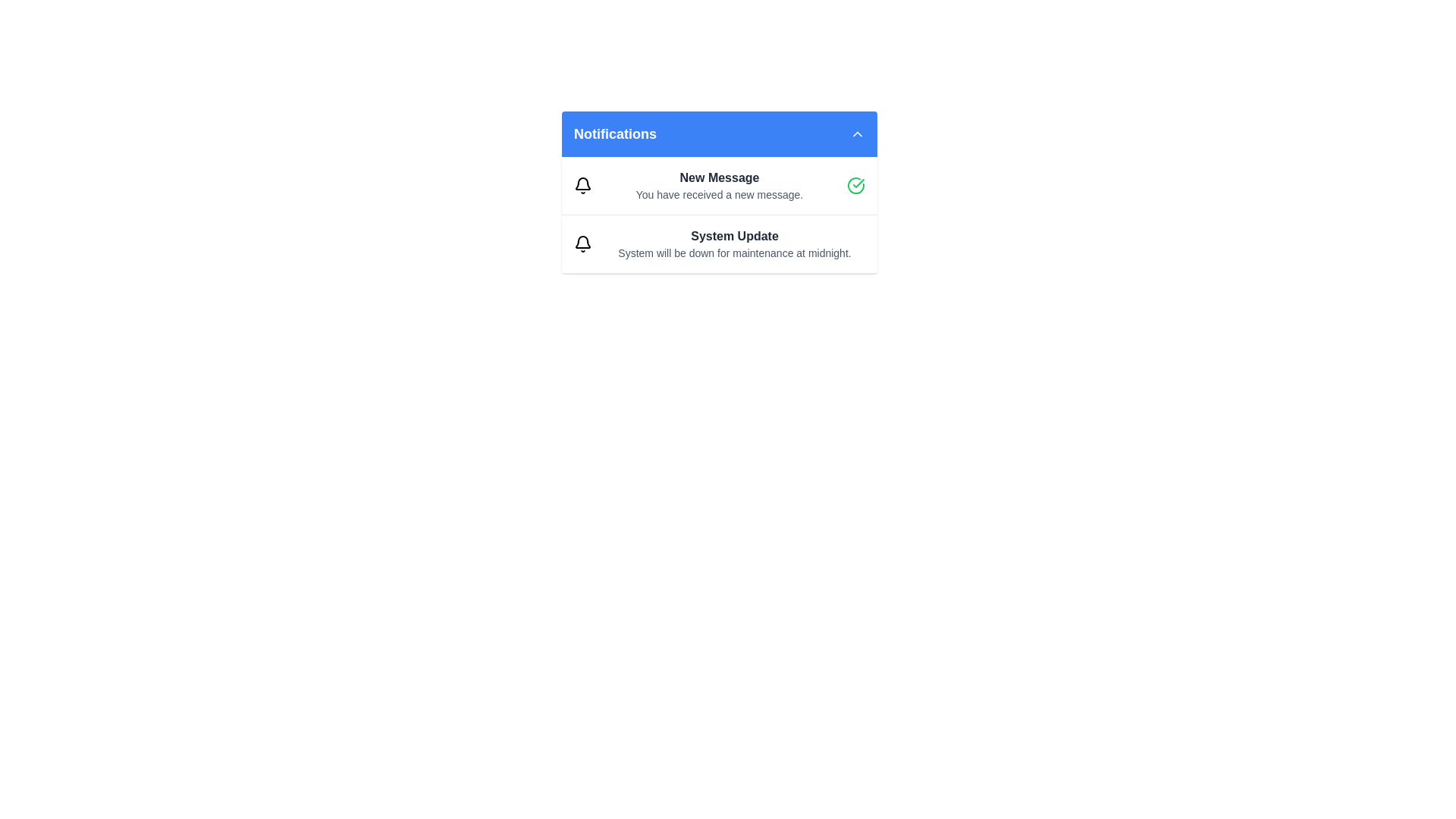  What do you see at coordinates (719, 185) in the screenshot?
I see `the notification summary text block that indicates a new message, located between the notification bell icon and the checkmark icon` at bounding box center [719, 185].